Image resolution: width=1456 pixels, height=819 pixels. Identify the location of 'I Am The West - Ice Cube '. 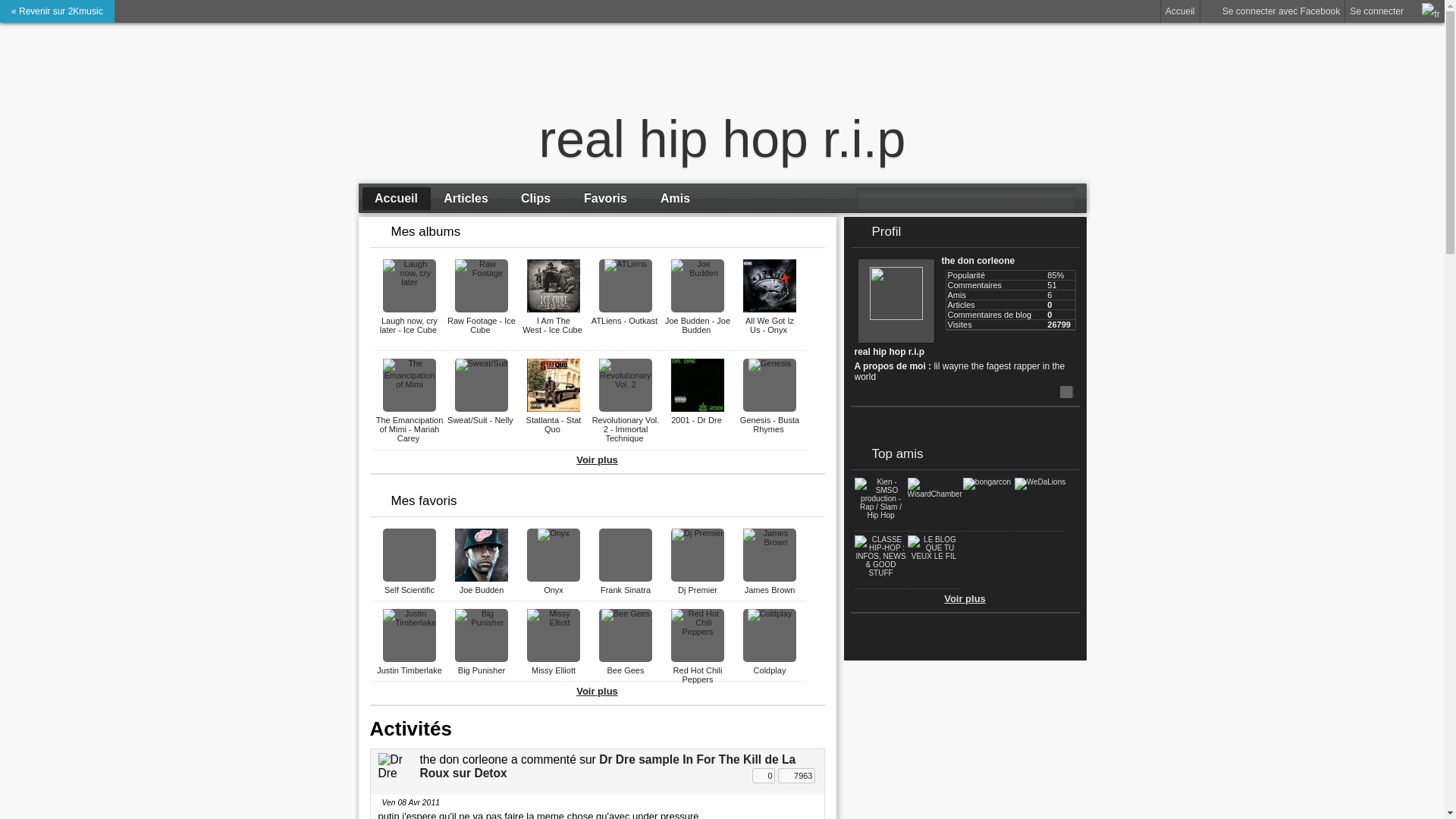
(552, 324).